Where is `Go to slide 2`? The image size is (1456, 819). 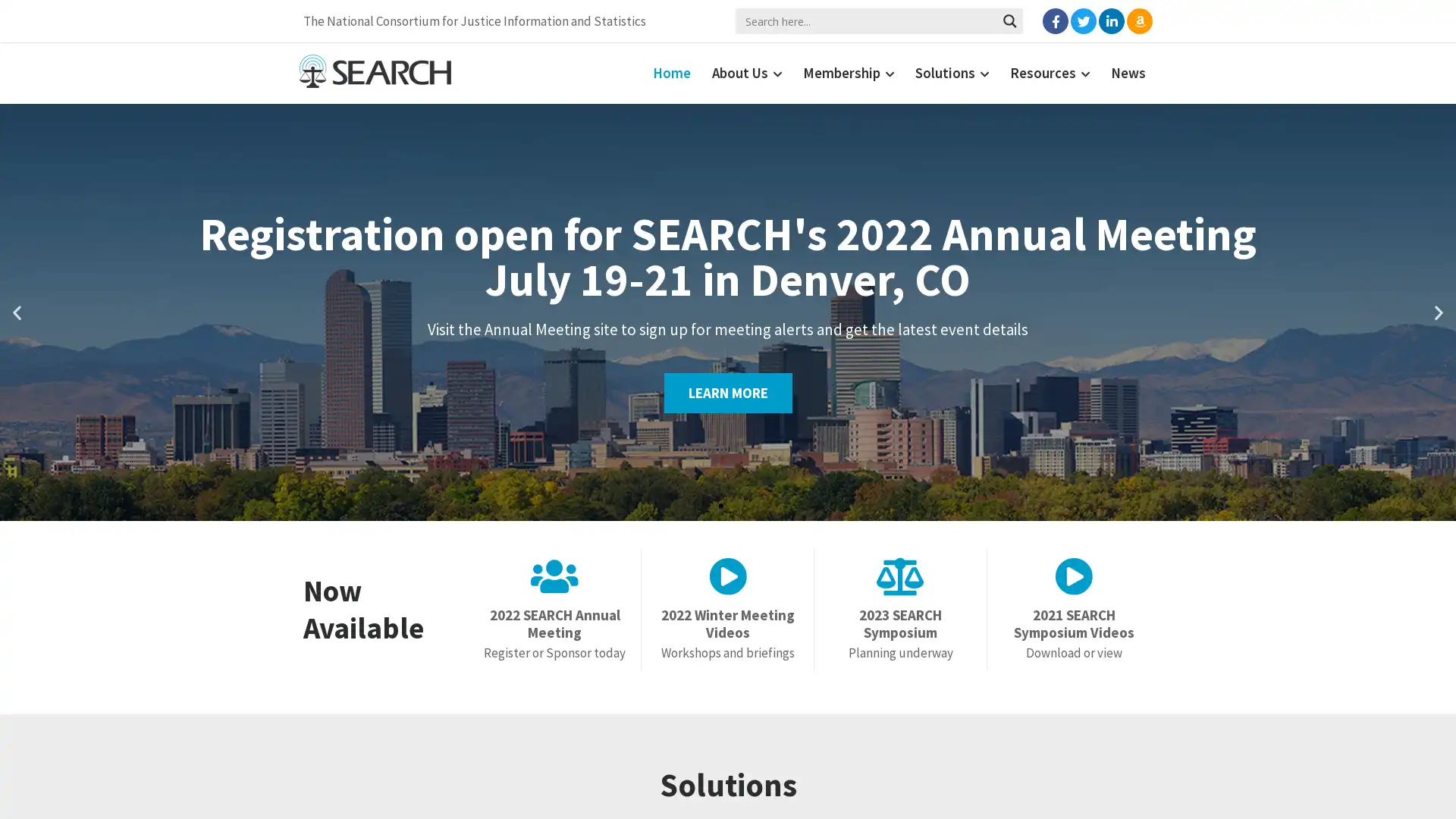 Go to slide 2 is located at coordinates (735, 505).